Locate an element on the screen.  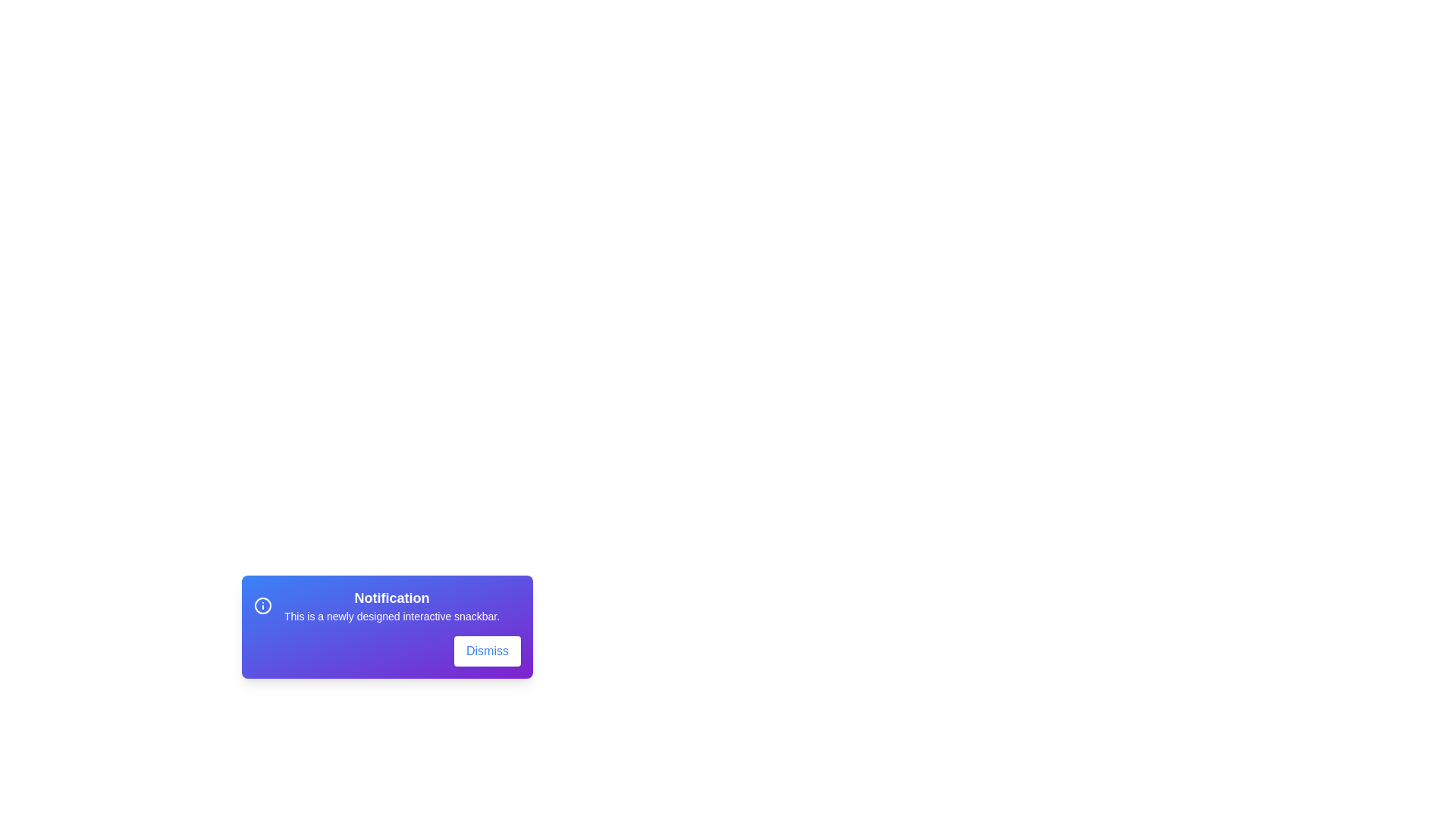
the decorative circular component of the SVG information icon located in the notification banner is located at coordinates (262, 604).